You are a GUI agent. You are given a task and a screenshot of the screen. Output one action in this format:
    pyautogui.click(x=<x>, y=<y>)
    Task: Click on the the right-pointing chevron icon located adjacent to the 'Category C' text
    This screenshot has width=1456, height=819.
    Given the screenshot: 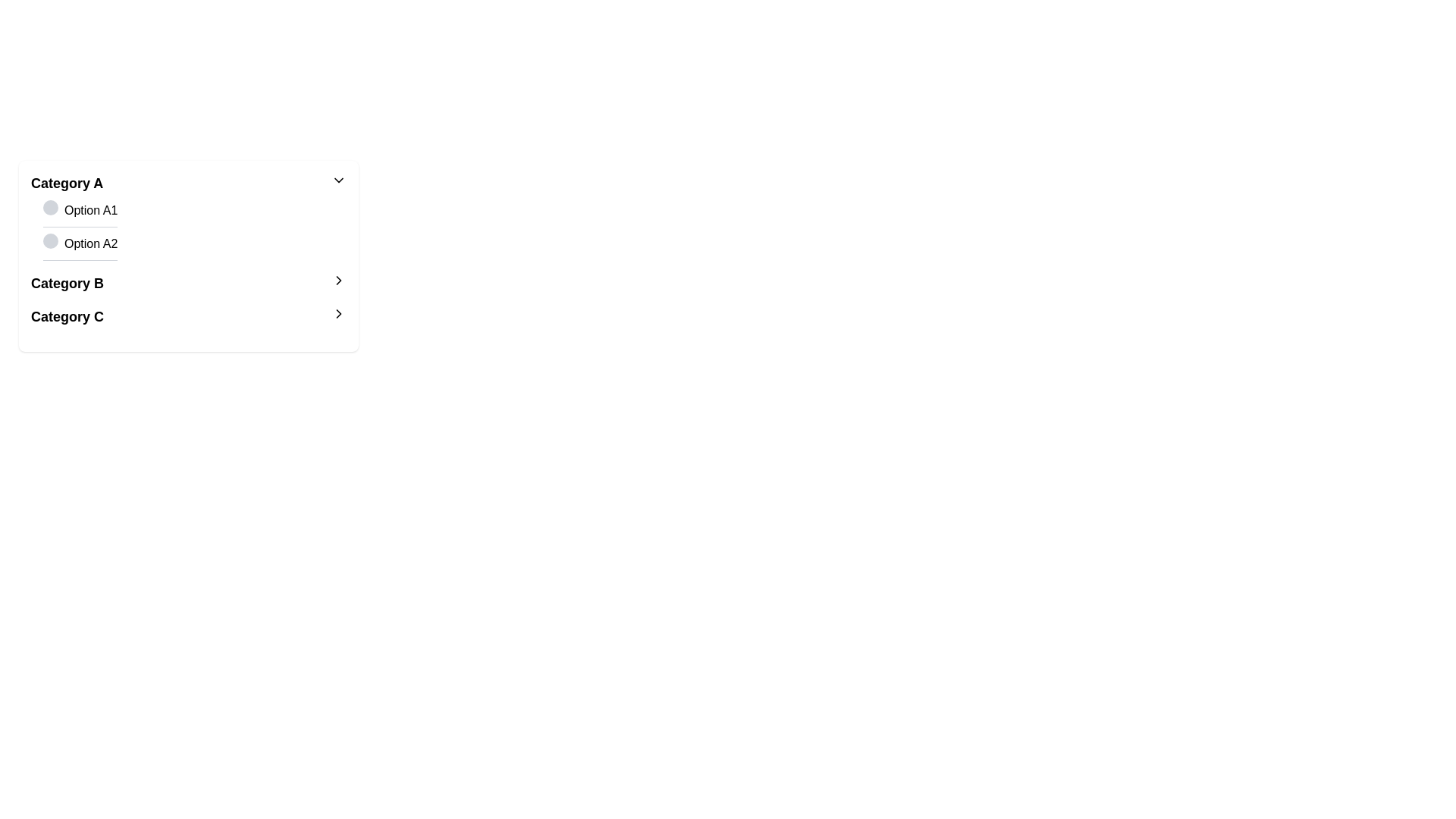 What is the action you would take?
    pyautogui.click(x=337, y=312)
    